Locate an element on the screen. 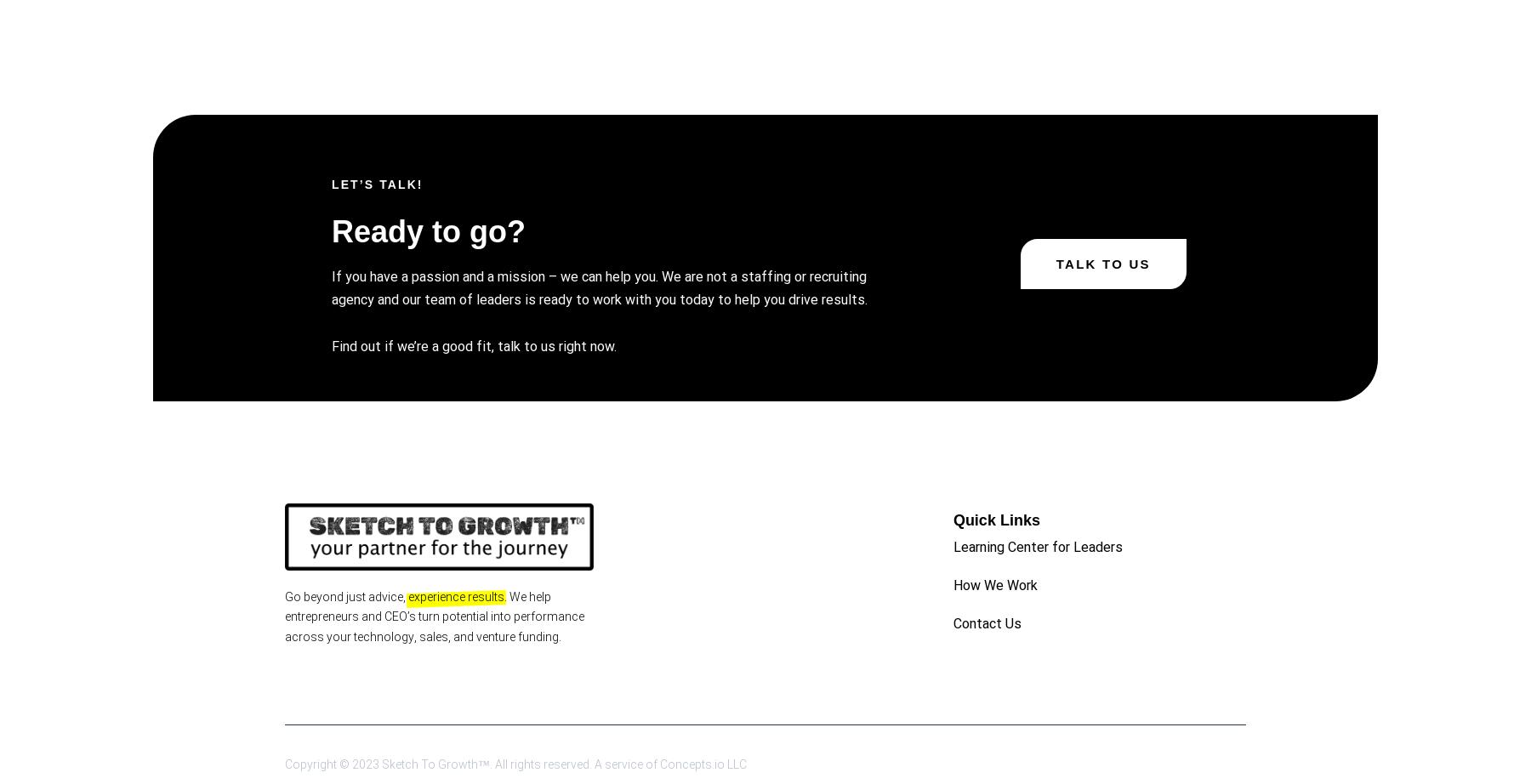 This screenshot has width=1531, height=784. '. We help entrepreneurs and CEO’s turn potential into performance across your technology, sales, and venture funding.' is located at coordinates (434, 616).